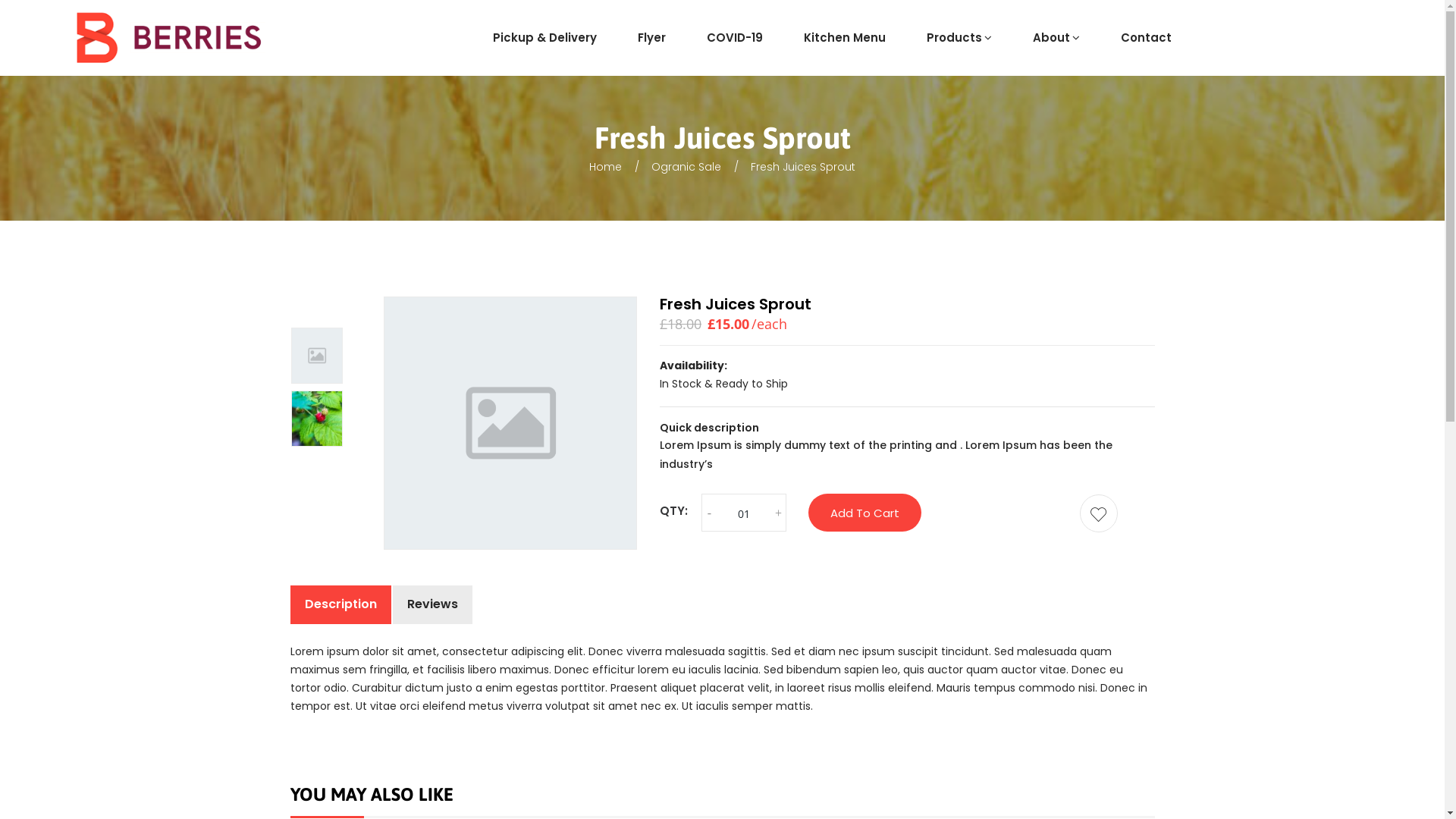  What do you see at coordinates (1055, 37) in the screenshot?
I see `'About'` at bounding box center [1055, 37].